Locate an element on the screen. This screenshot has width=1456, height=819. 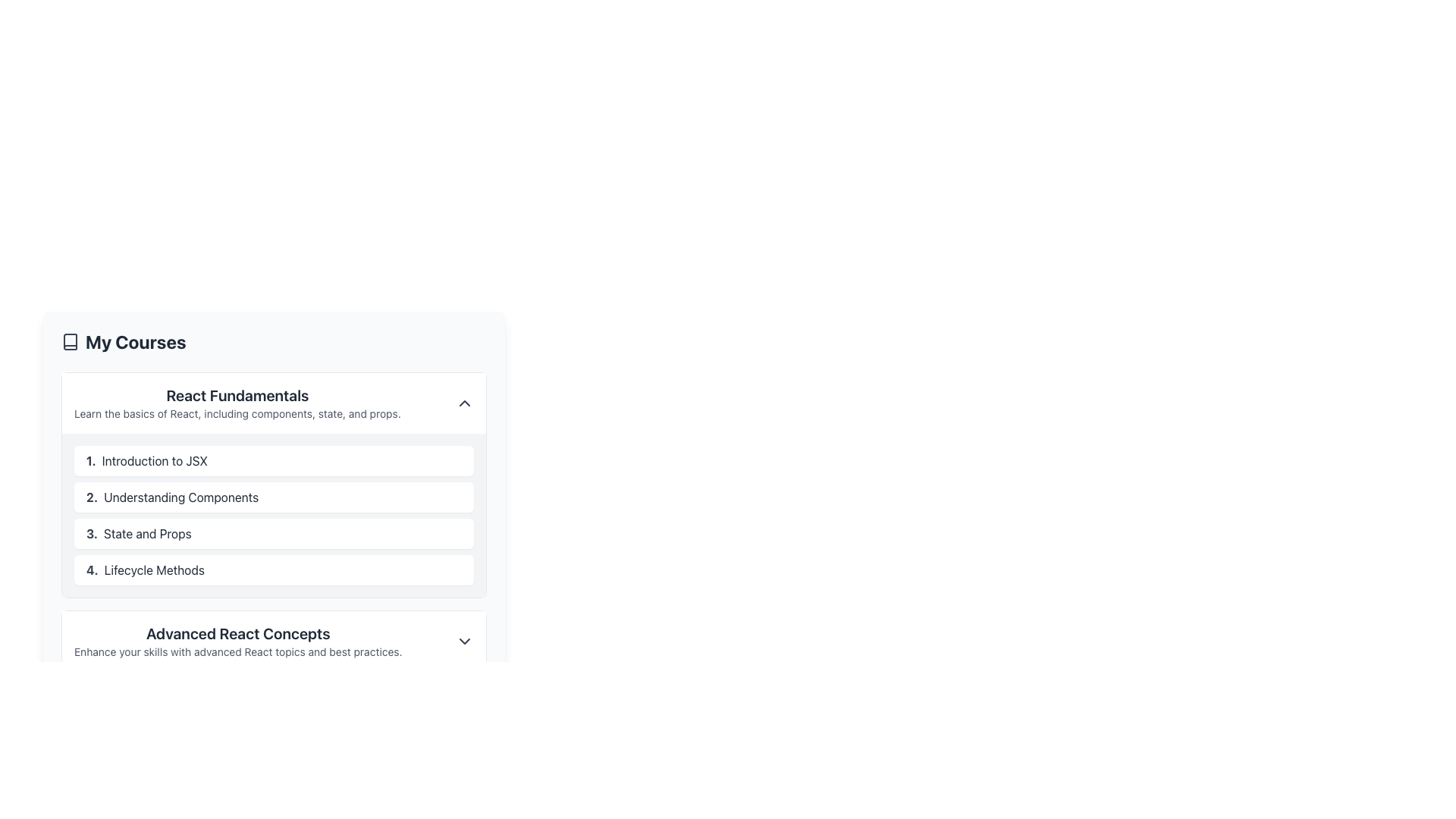
text label that displays 'Introduction to JSX', which is styled in gray and positioned as the first item in the list under the 'React Fundamentals' section is located at coordinates (155, 460).